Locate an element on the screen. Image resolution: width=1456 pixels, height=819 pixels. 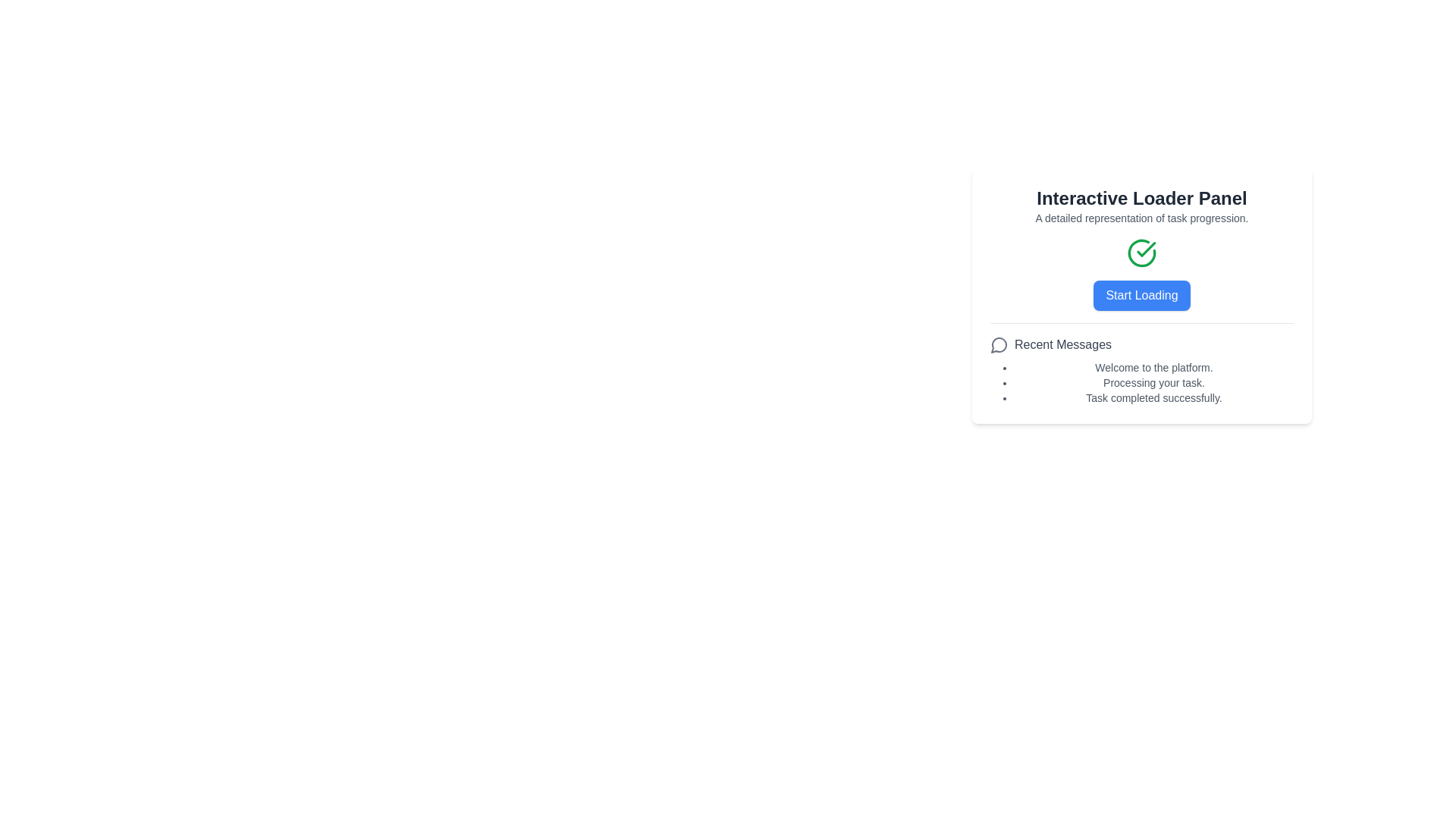
the circular icon with a green border and a green check mark inside it, located above the 'Start Loading' button in the 'Interactive Loader Panel.' is located at coordinates (1142, 253).